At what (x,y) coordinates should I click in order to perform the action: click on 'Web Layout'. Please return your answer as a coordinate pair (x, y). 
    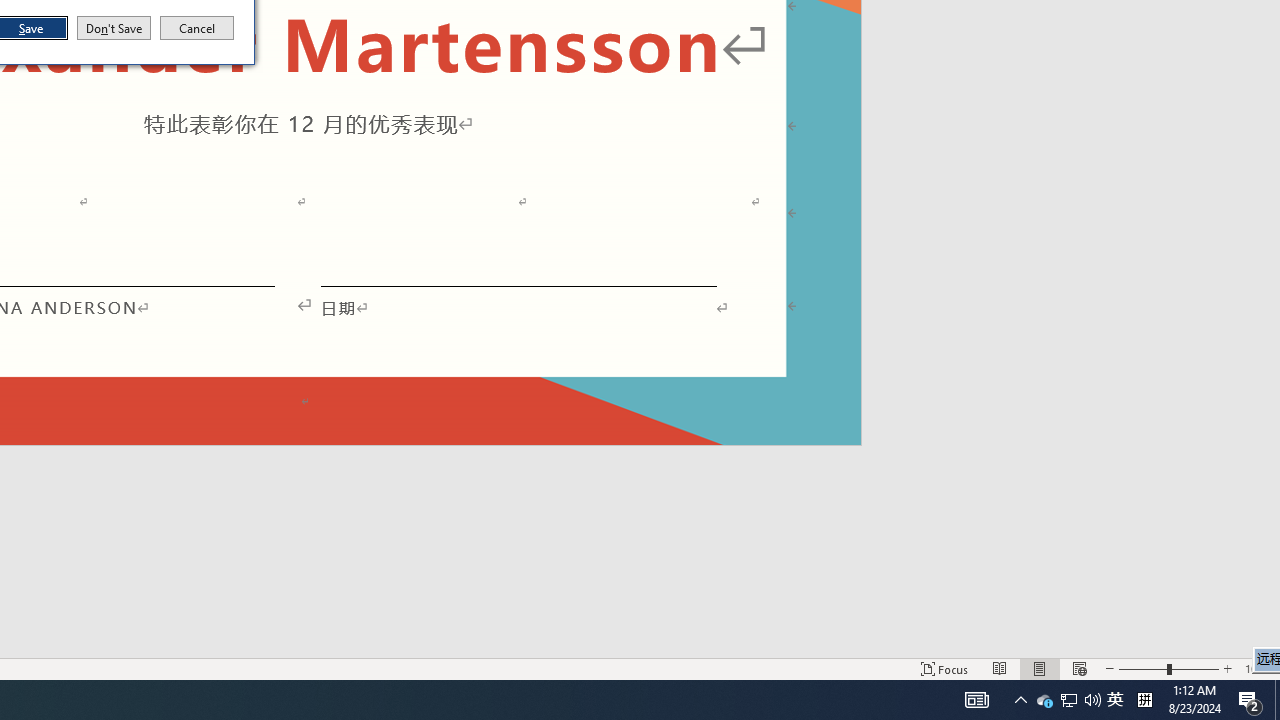
    Looking at the image, I should click on (1078, 669).